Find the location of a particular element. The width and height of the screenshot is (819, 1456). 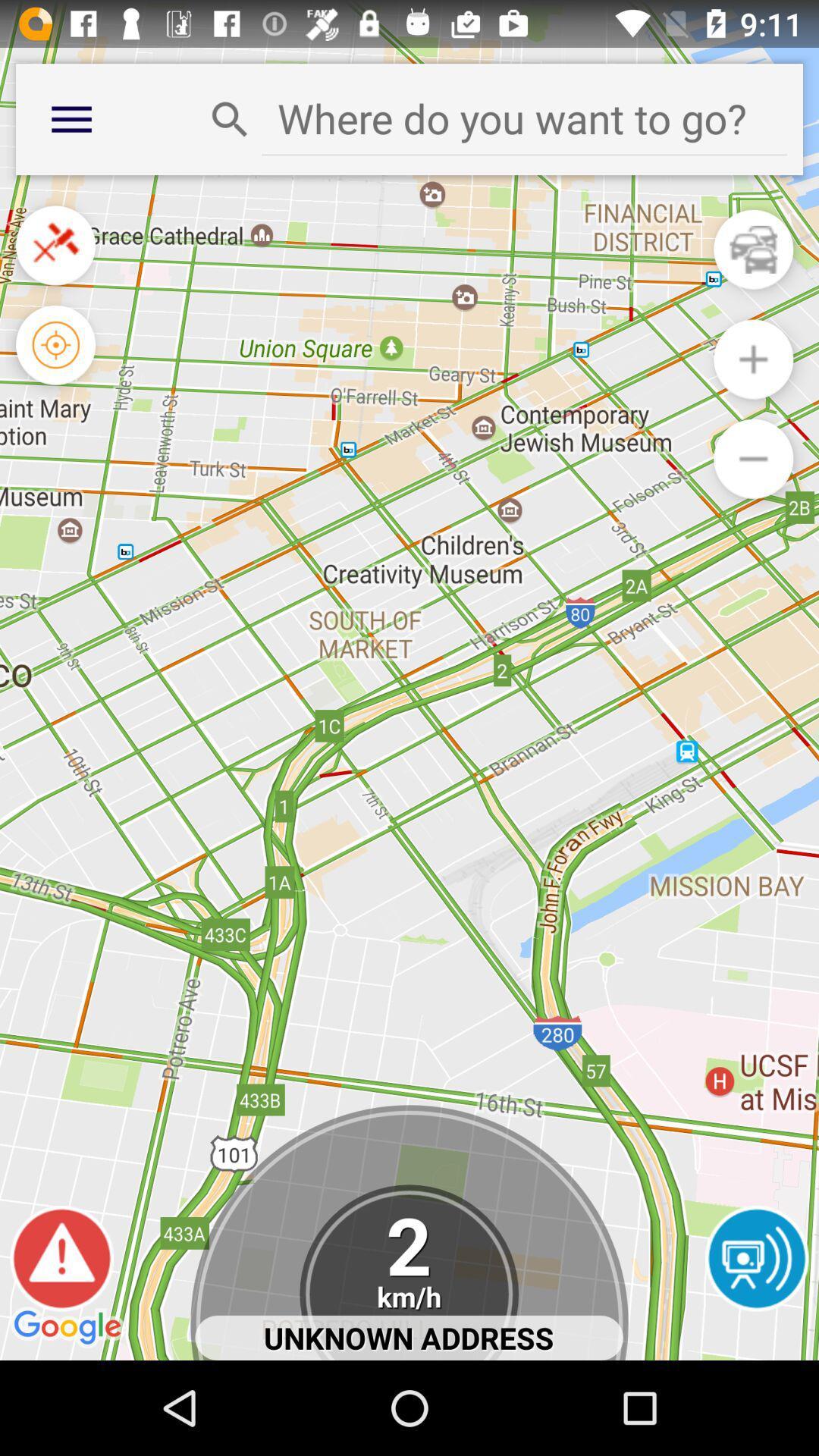

the zoom_out icon is located at coordinates (753, 491).